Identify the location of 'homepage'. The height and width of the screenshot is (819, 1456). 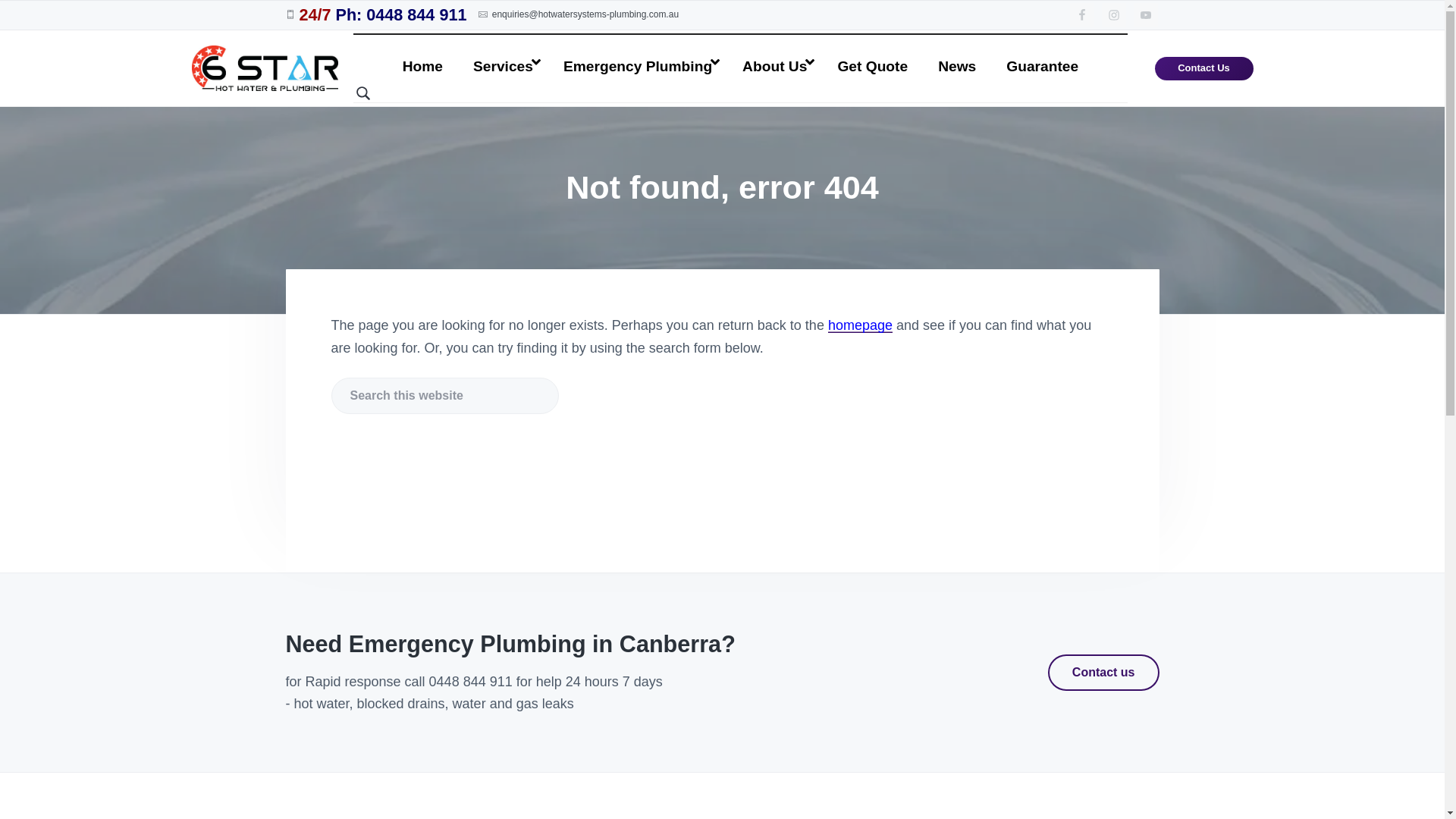
(860, 324).